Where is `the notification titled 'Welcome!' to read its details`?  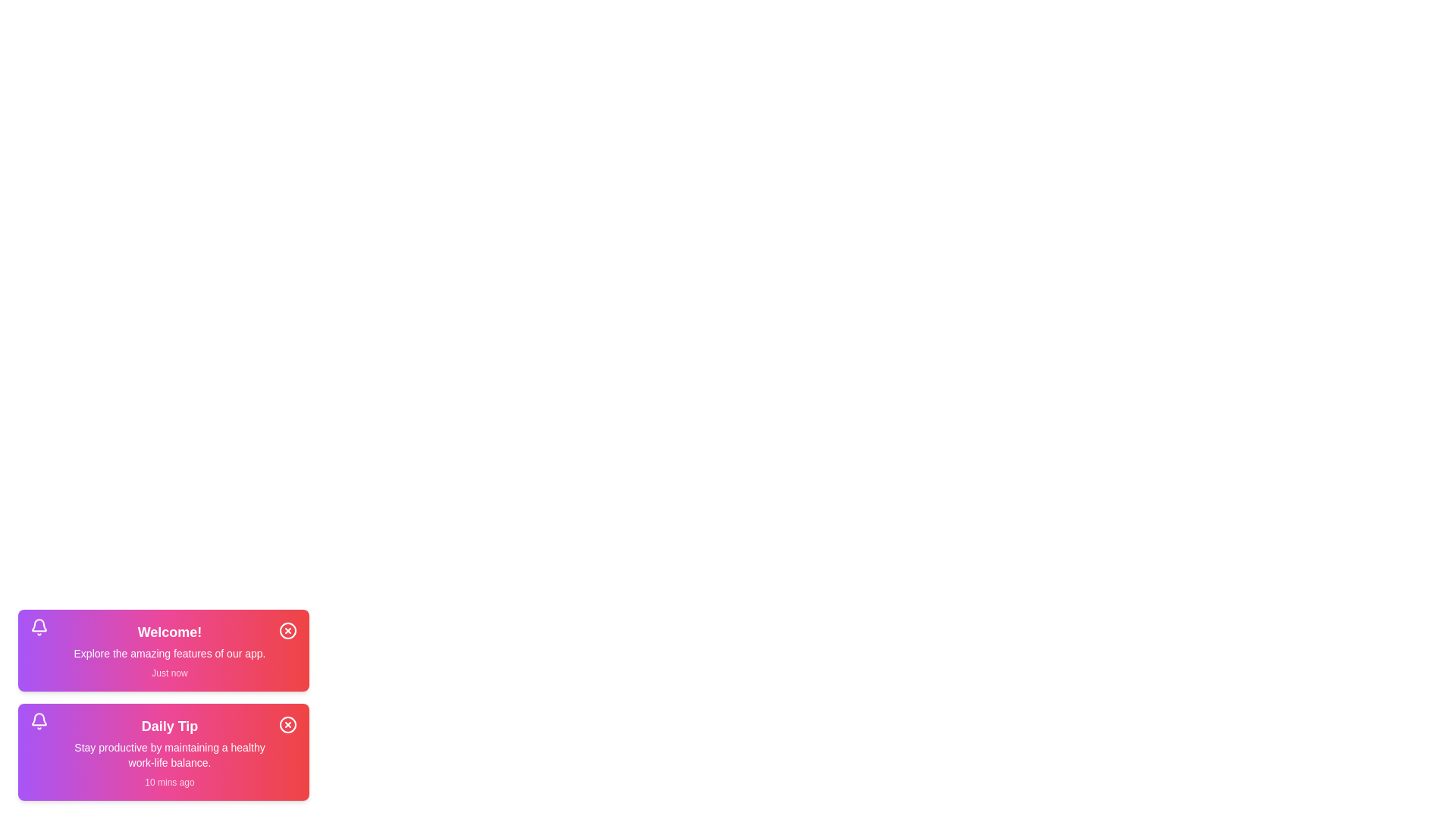
the notification titled 'Welcome!' to read its details is located at coordinates (164, 649).